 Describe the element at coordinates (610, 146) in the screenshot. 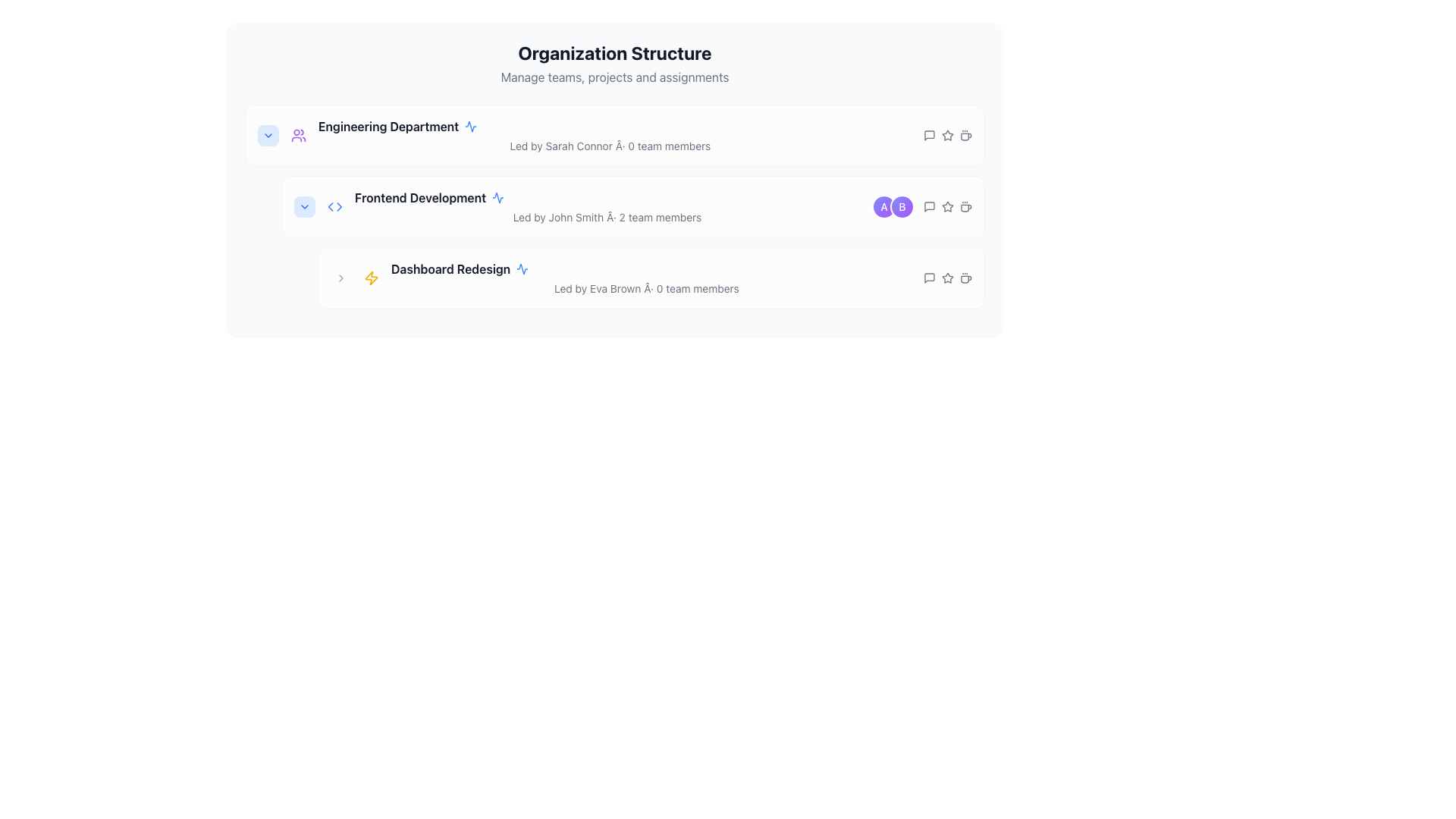

I see `the text label that reads 'Led by Sarah Connor · 0 team members', which is styled in small gray font and positioned beneath the 'Engineering Department' title` at that location.